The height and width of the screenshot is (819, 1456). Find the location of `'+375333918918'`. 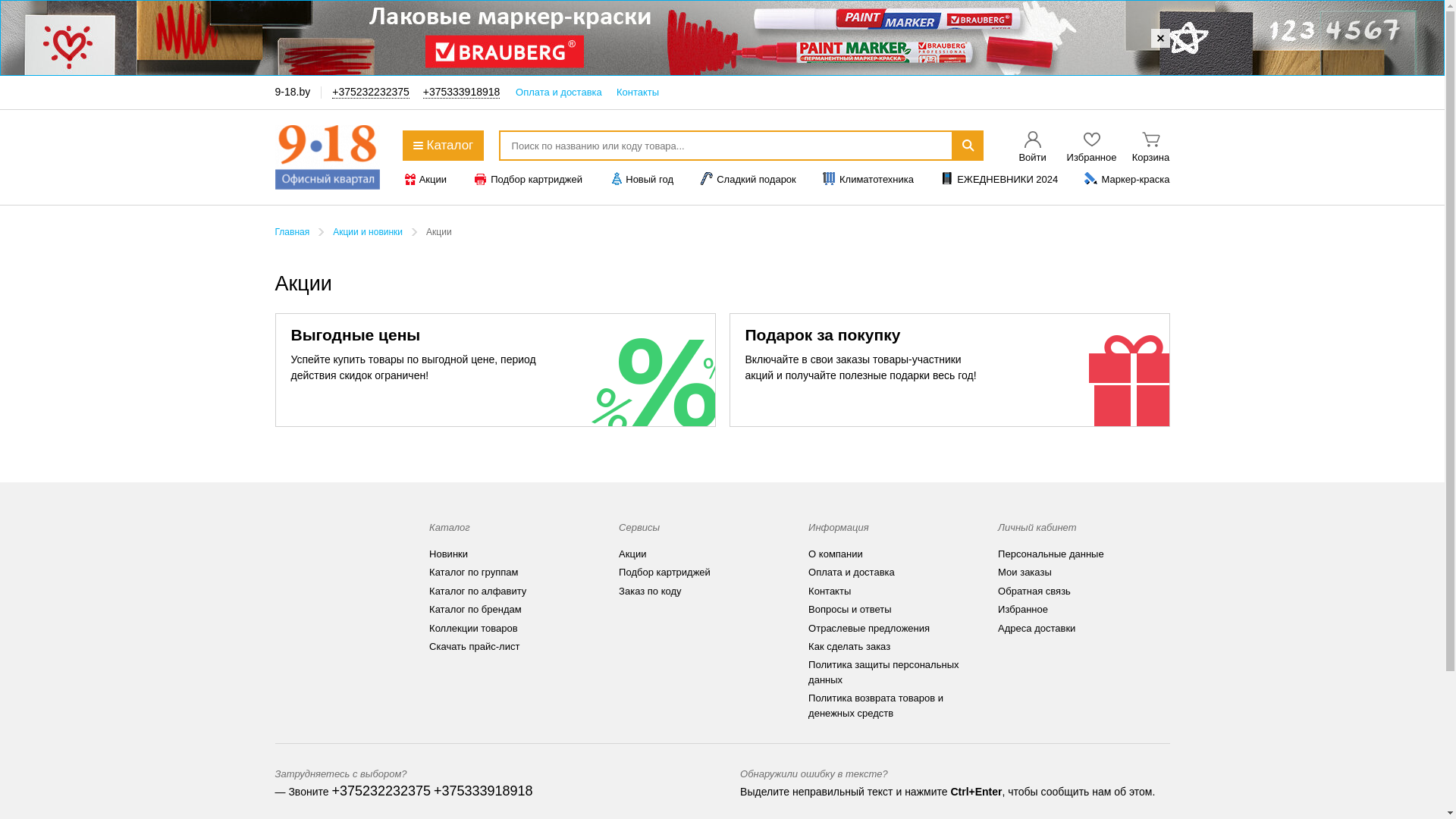

'+375333918918' is located at coordinates (482, 790).